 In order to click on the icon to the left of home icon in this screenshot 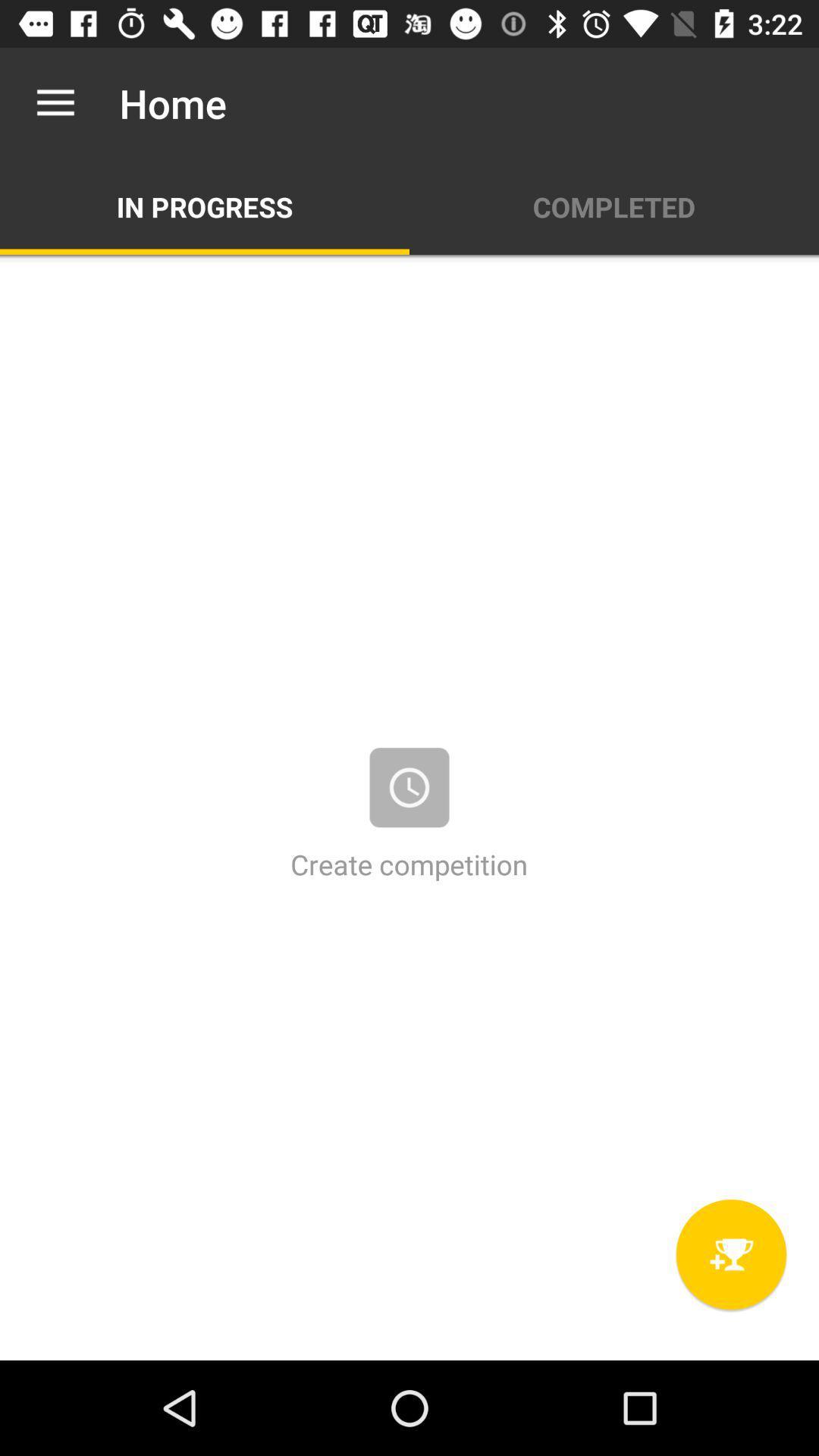, I will do `click(55, 102)`.